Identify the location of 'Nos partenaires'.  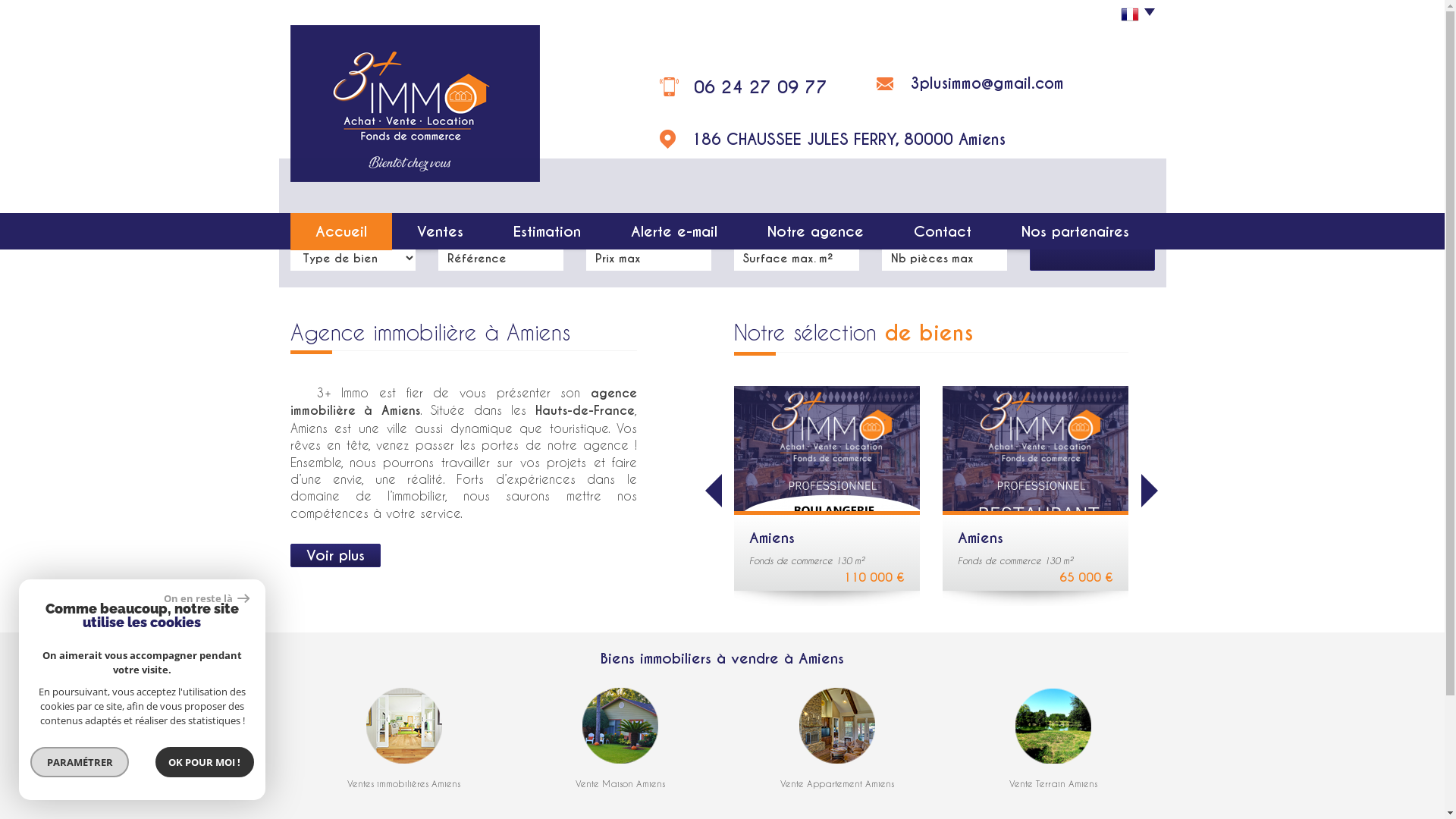
(1074, 231).